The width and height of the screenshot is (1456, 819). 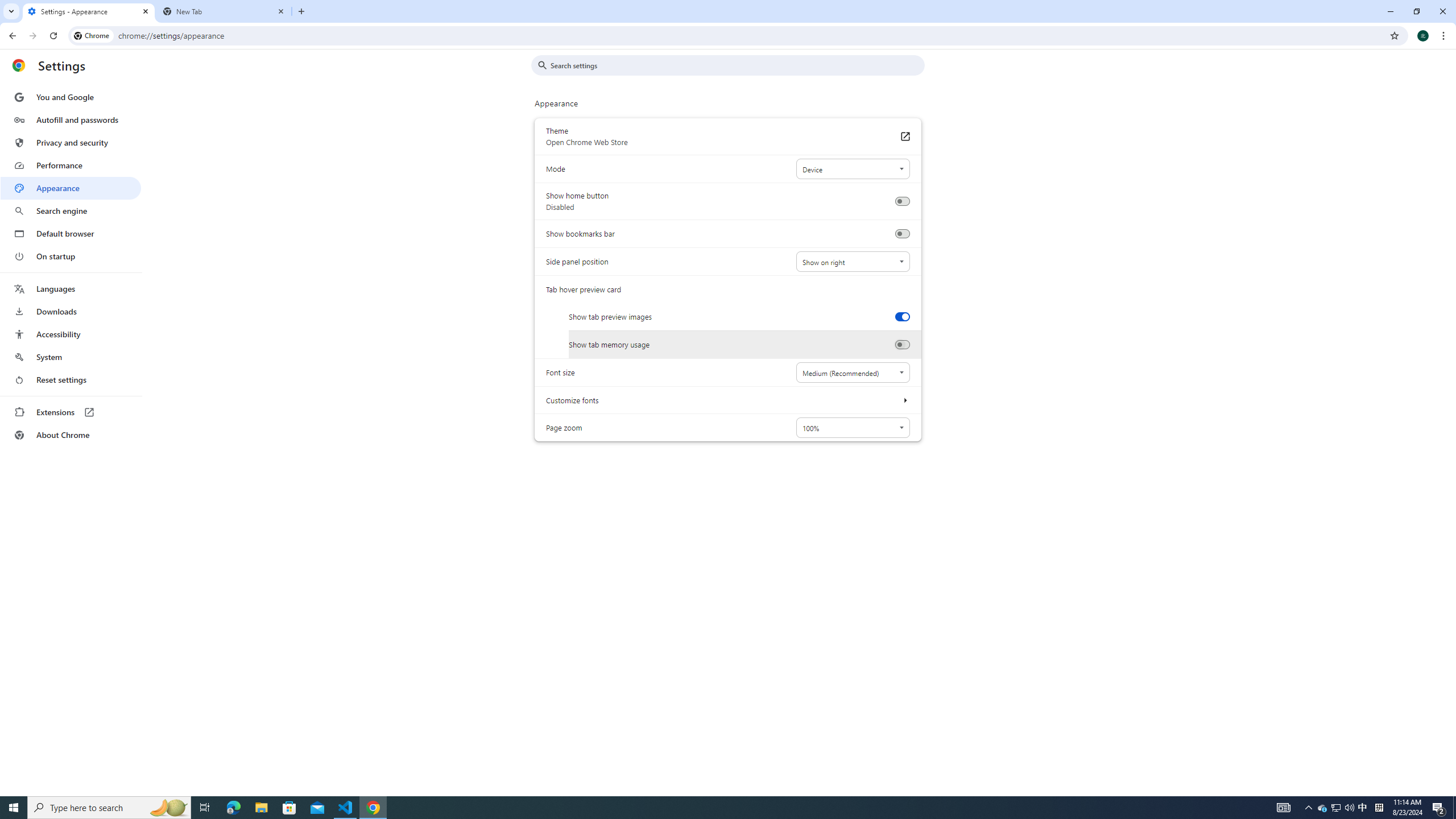 I want to click on 'Privacy and security', so click(x=70, y=142).